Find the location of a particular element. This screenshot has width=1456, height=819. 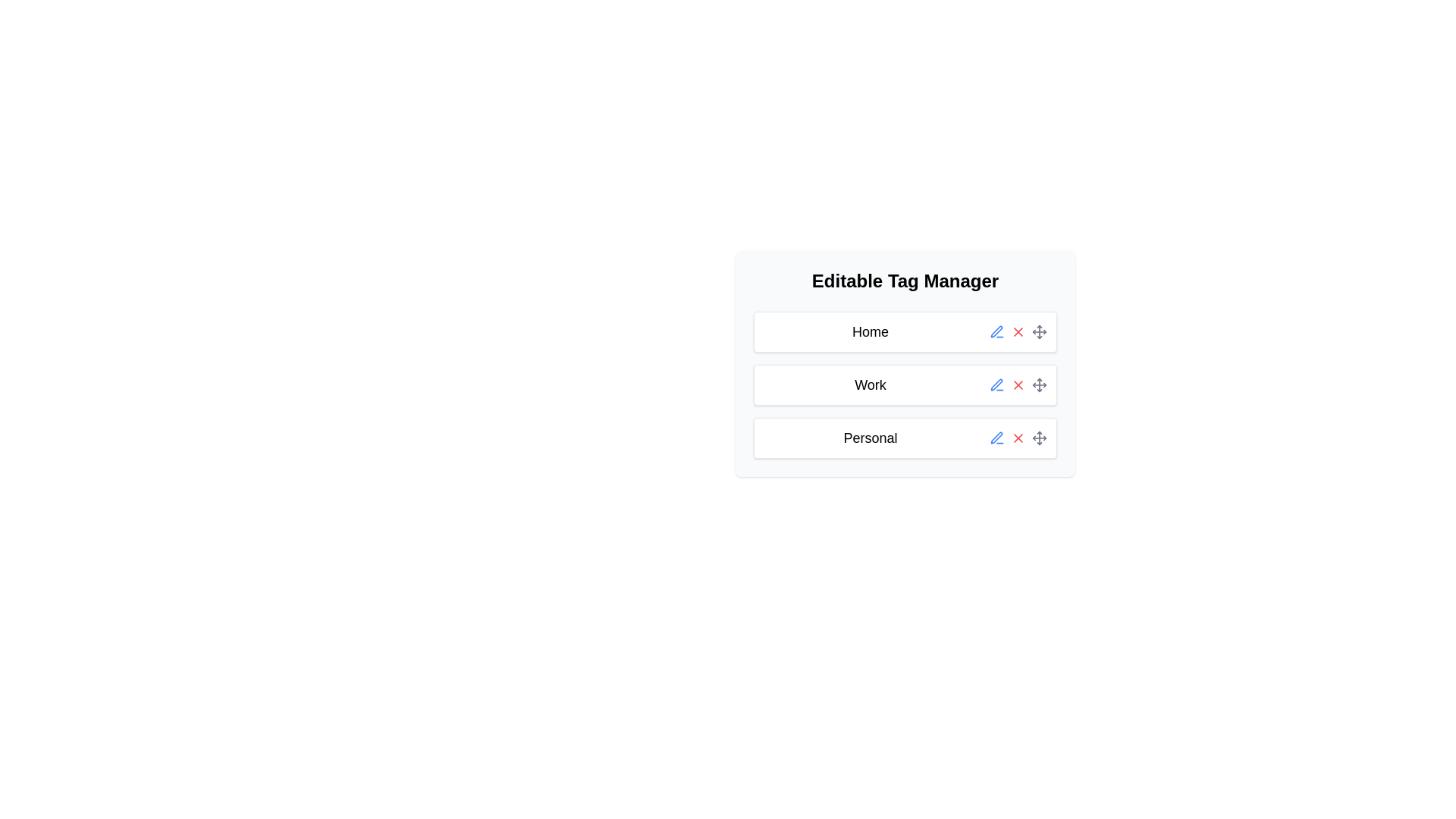

the icon group consisting of edit, delete, and move actions in the Personal row of the Editable Tag Manager is located at coordinates (1018, 438).